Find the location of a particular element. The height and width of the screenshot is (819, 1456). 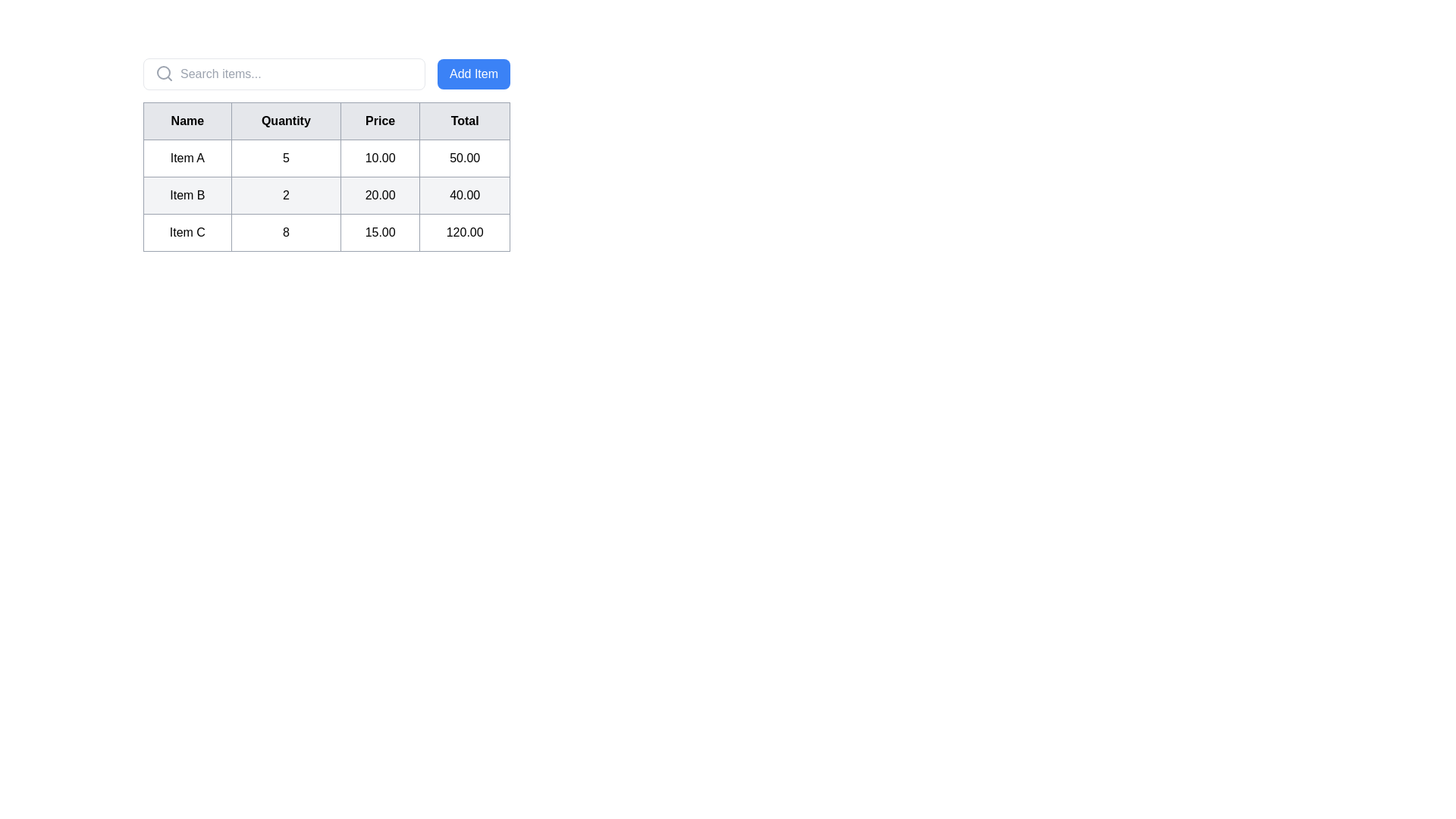

the first row of the table containing cells labeled 'Item A', '5', '10.00', and '50.00' is located at coordinates (326, 158).